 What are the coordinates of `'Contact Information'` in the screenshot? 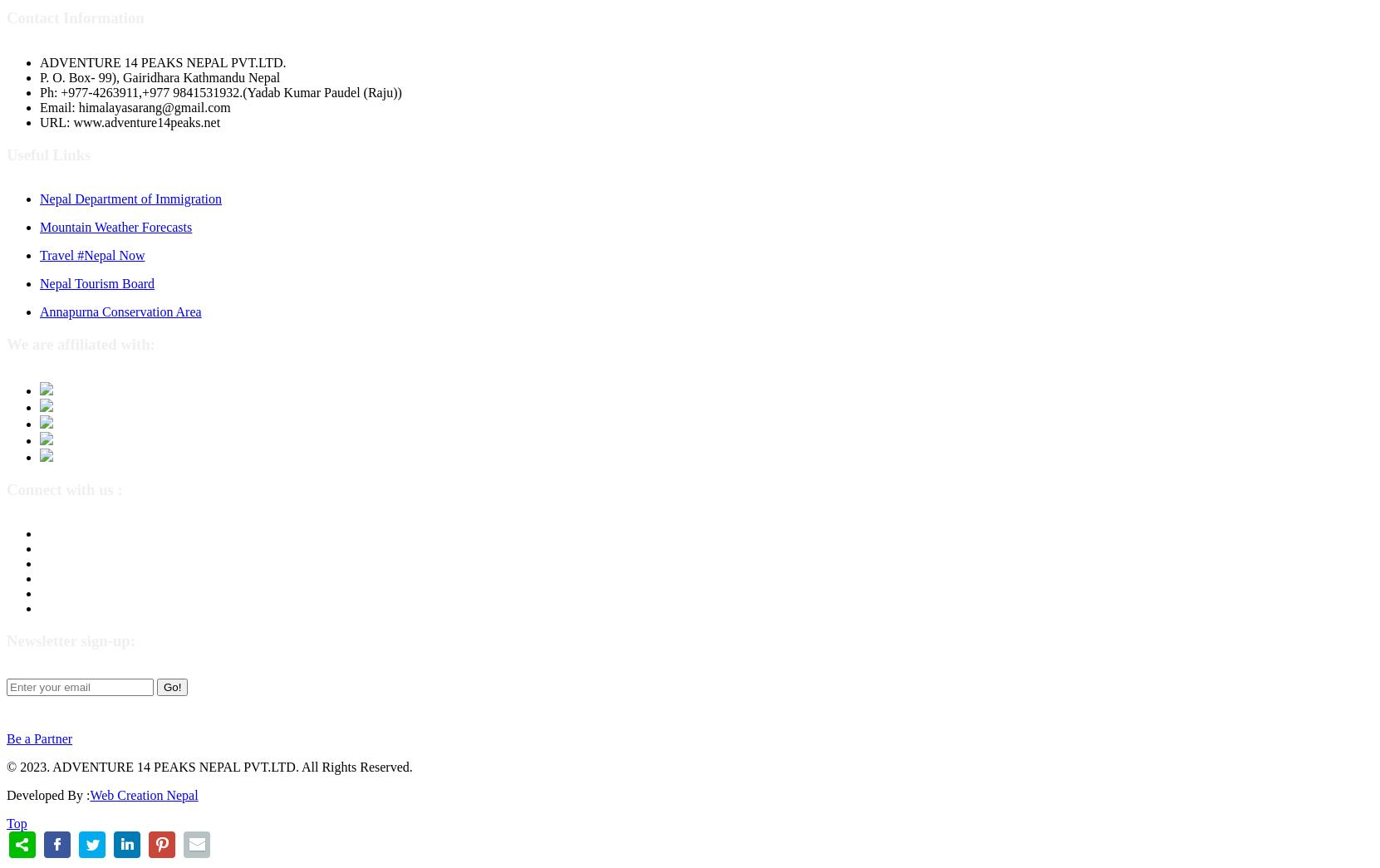 It's located at (5, 17).